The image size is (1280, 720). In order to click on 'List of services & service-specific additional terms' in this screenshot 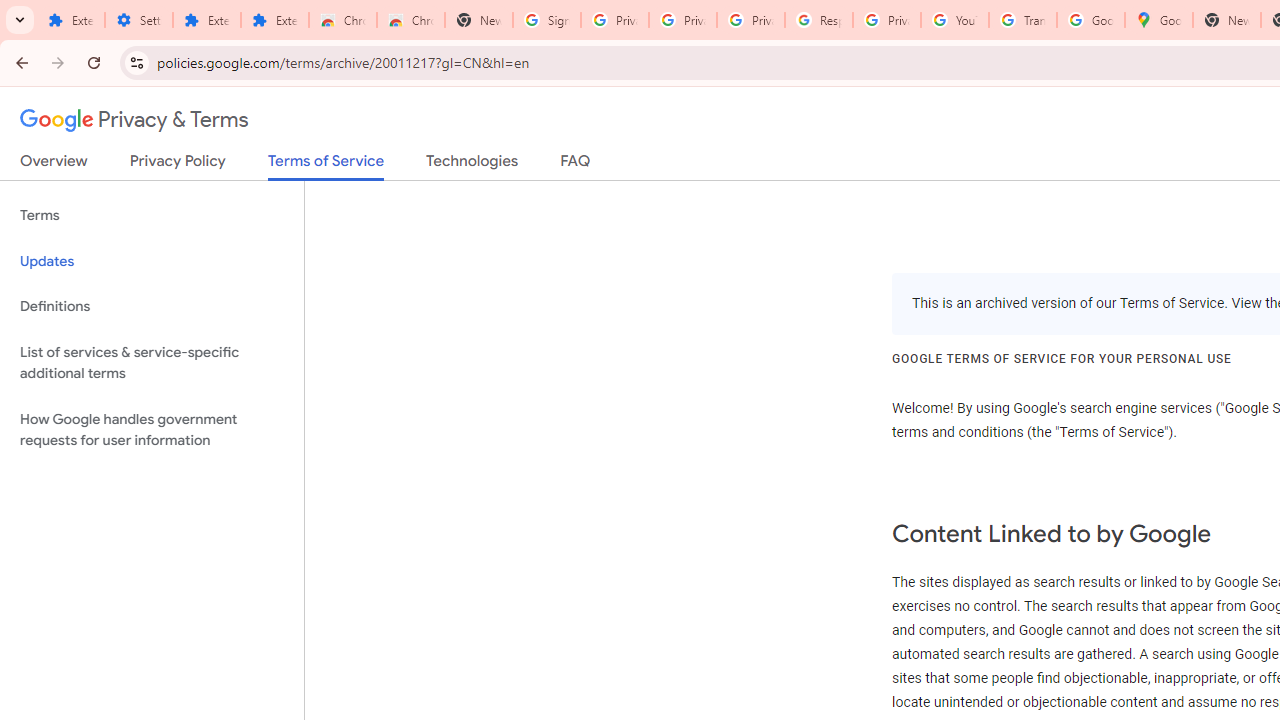, I will do `click(151, 362)`.